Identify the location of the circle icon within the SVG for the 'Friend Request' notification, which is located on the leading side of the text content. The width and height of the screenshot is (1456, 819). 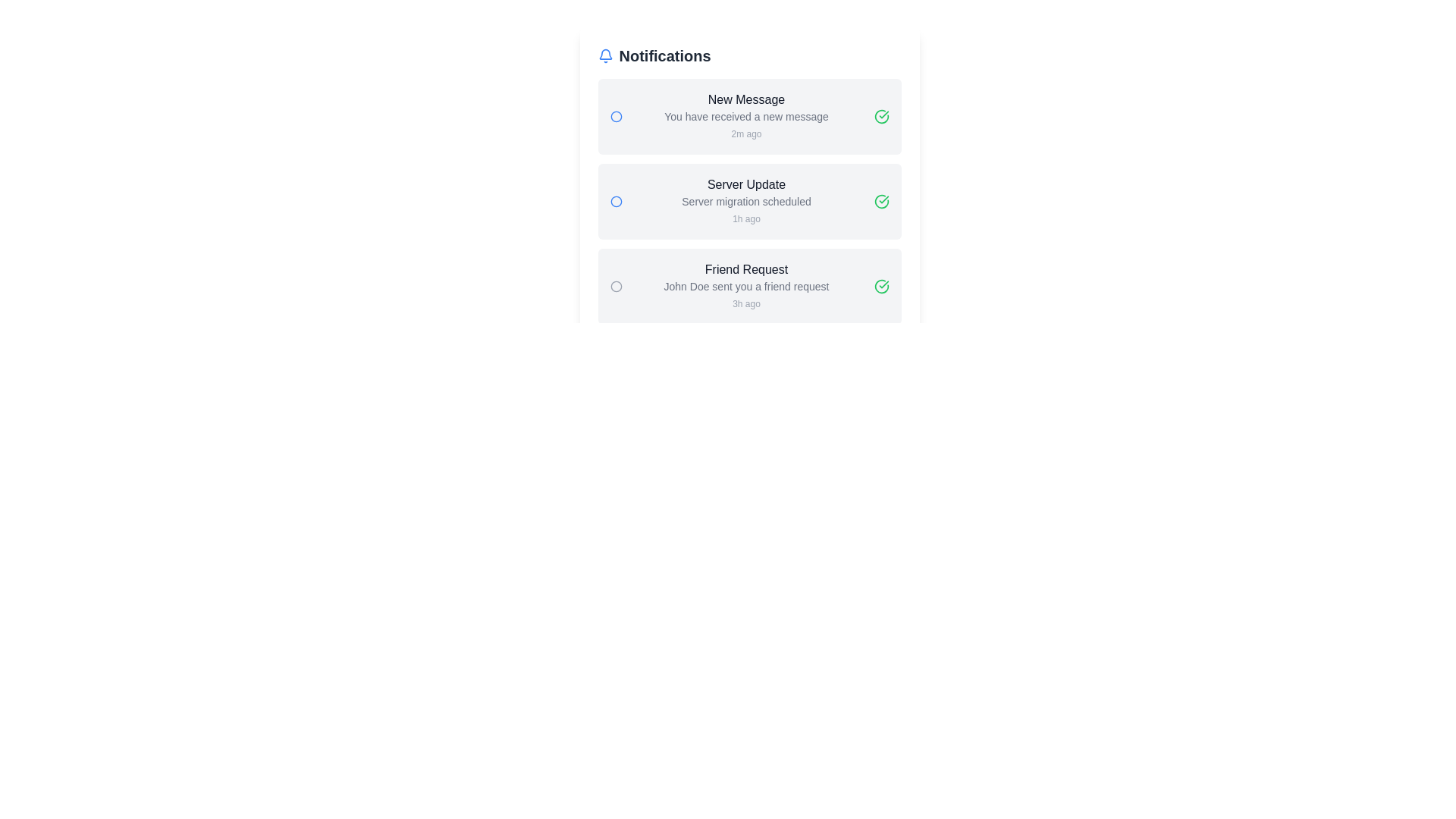
(616, 287).